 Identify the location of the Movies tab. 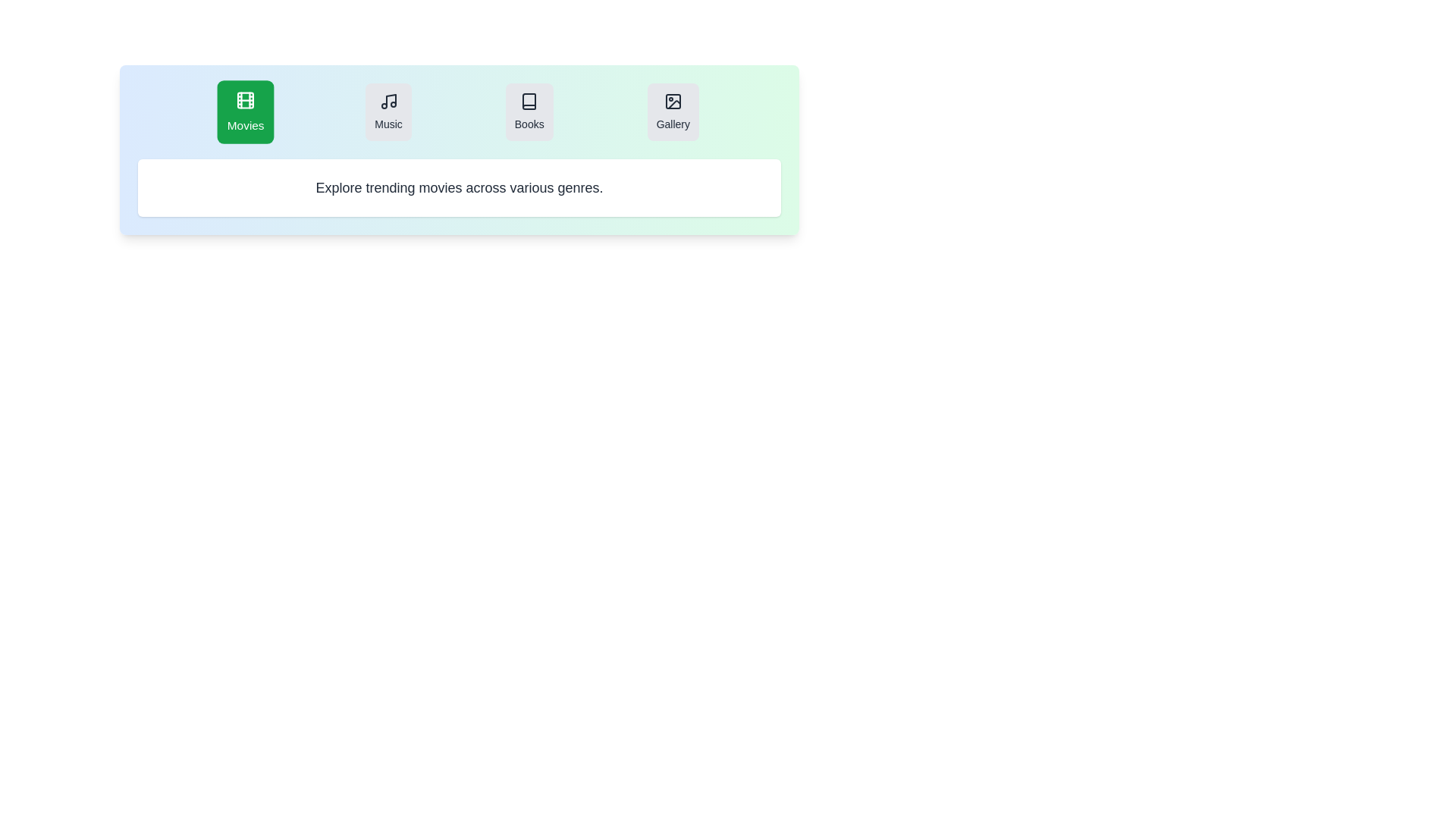
(246, 111).